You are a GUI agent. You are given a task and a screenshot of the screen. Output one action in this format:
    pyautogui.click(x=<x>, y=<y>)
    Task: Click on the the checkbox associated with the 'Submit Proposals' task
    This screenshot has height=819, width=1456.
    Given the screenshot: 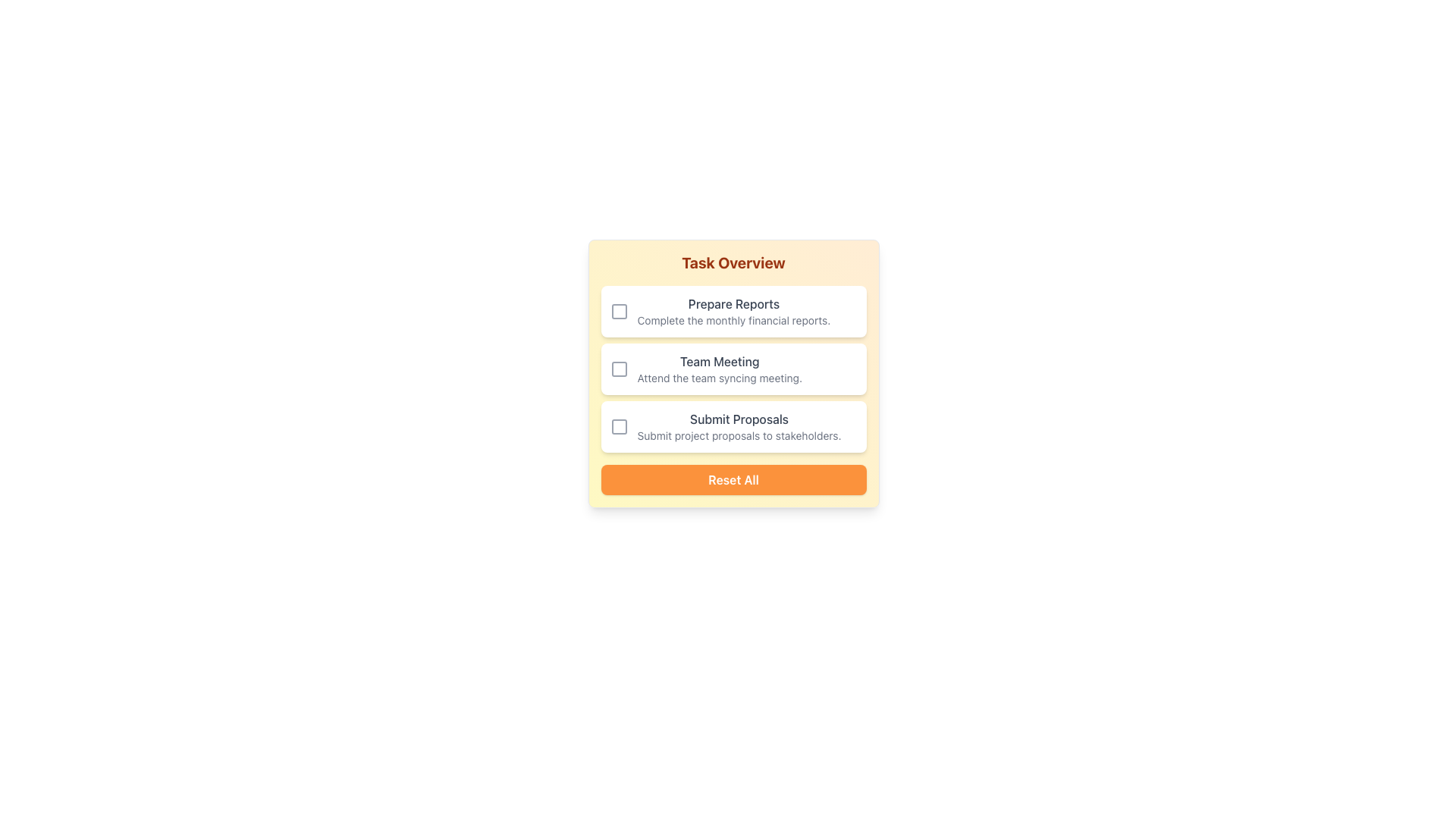 What is the action you would take?
    pyautogui.click(x=619, y=427)
    